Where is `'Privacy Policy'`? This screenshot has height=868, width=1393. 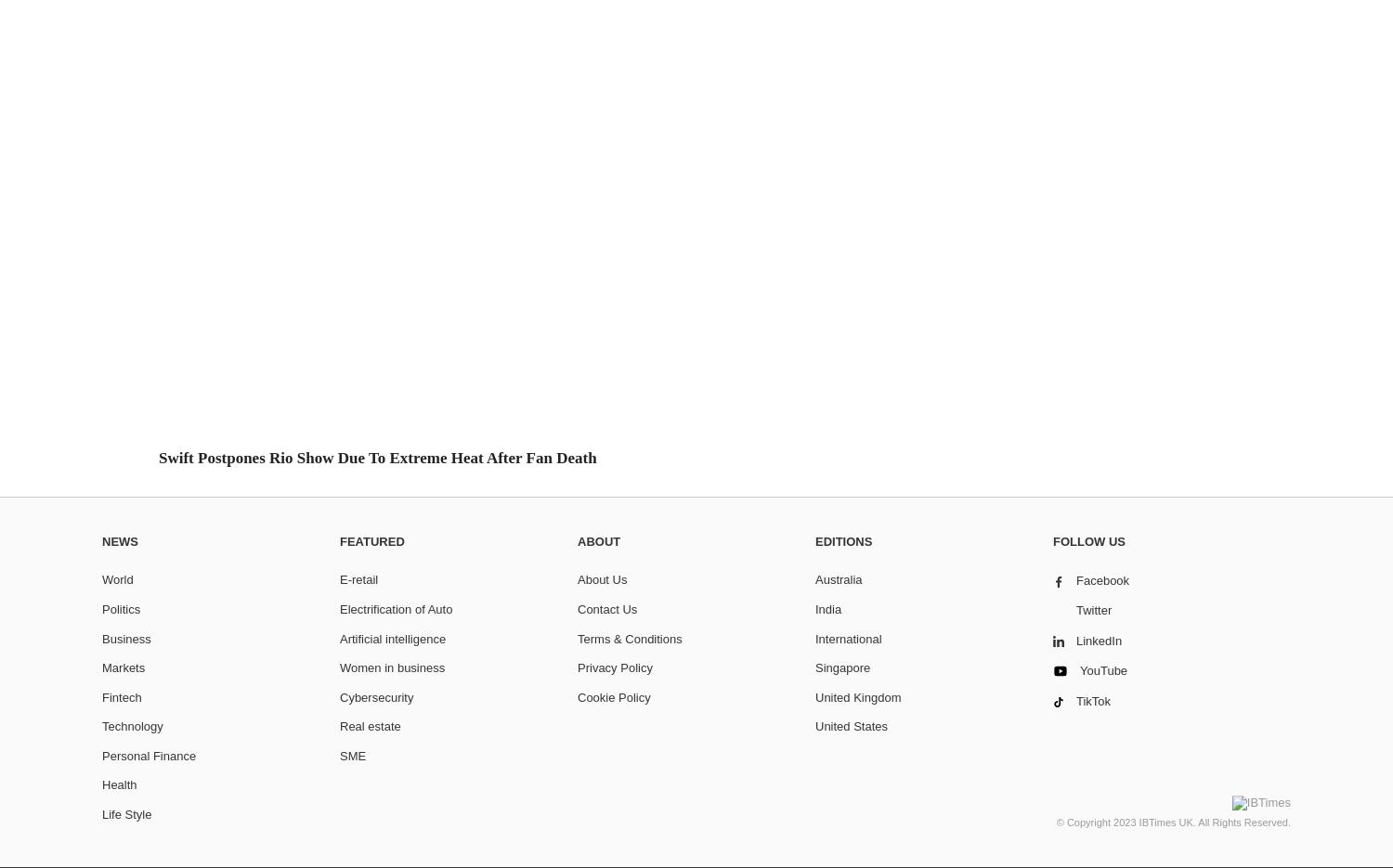
'Privacy Policy' is located at coordinates (577, 667).